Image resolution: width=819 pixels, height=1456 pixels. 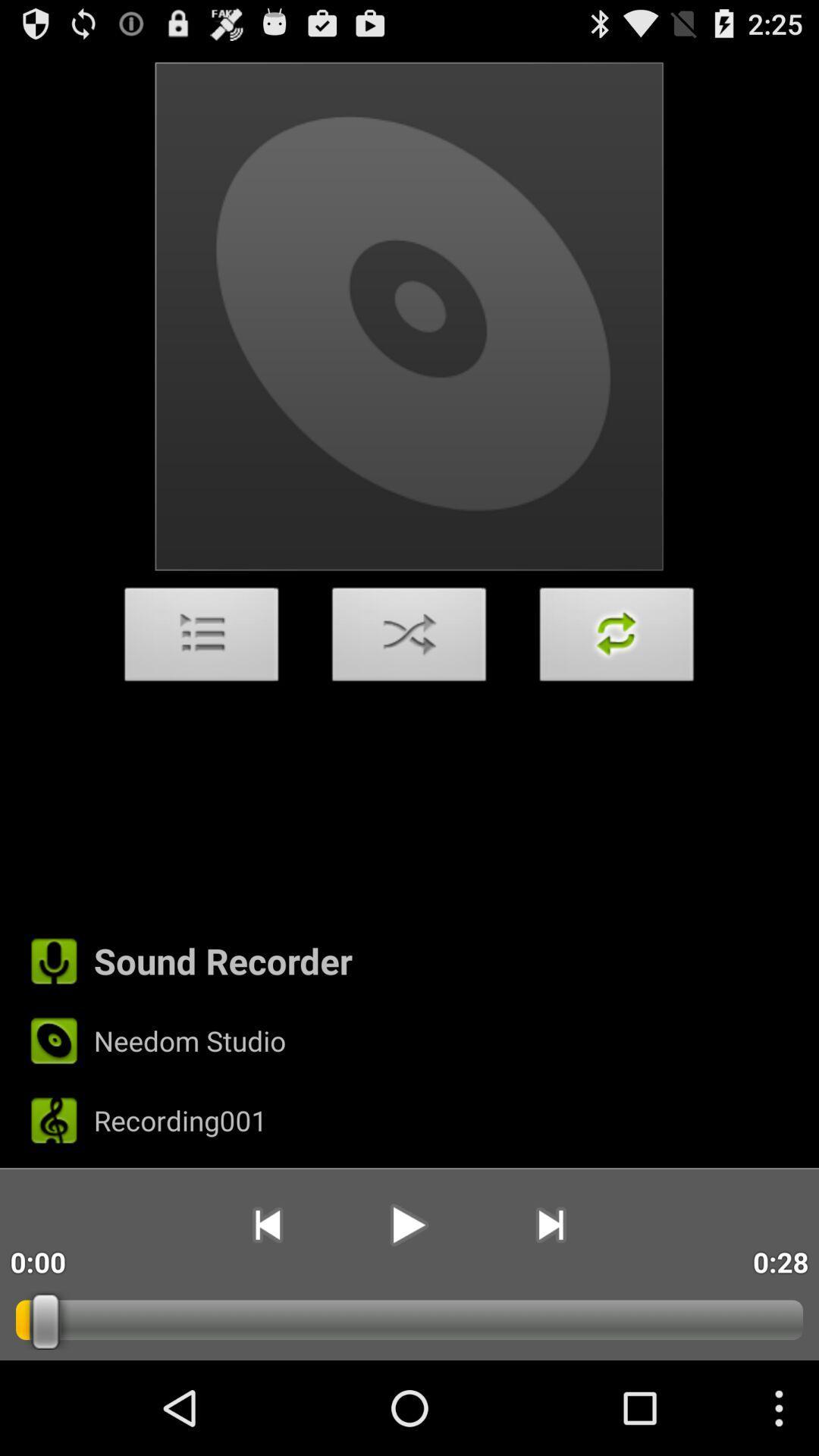 I want to click on the list icon, so click(x=201, y=682).